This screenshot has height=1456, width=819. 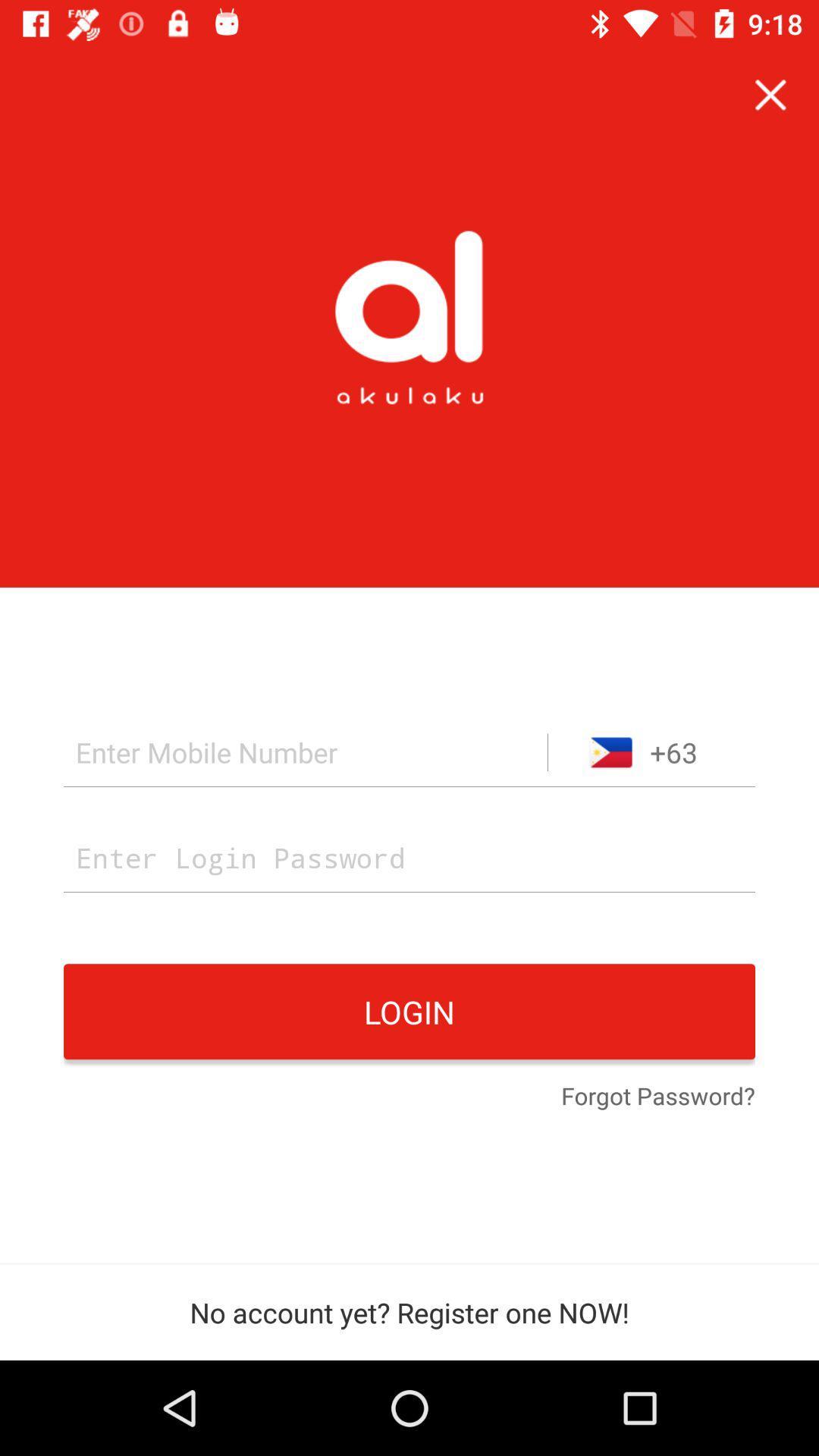 What do you see at coordinates (657, 1097) in the screenshot?
I see `item below the login item` at bounding box center [657, 1097].